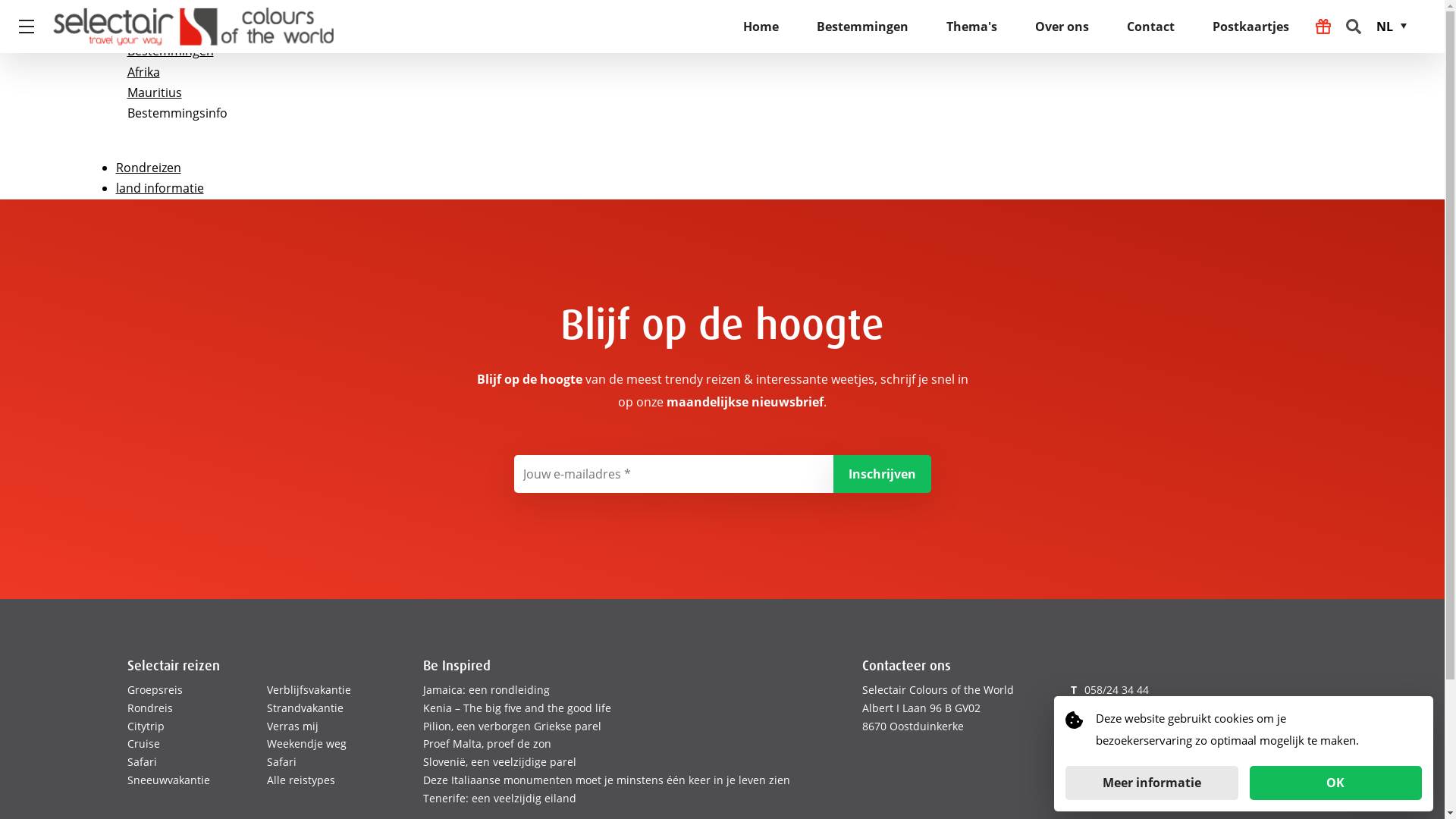 Image resolution: width=1456 pixels, height=819 pixels. Describe the element at coordinates (422, 742) in the screenshot. I see `'Proef Malta, proef de zon'` at that location.